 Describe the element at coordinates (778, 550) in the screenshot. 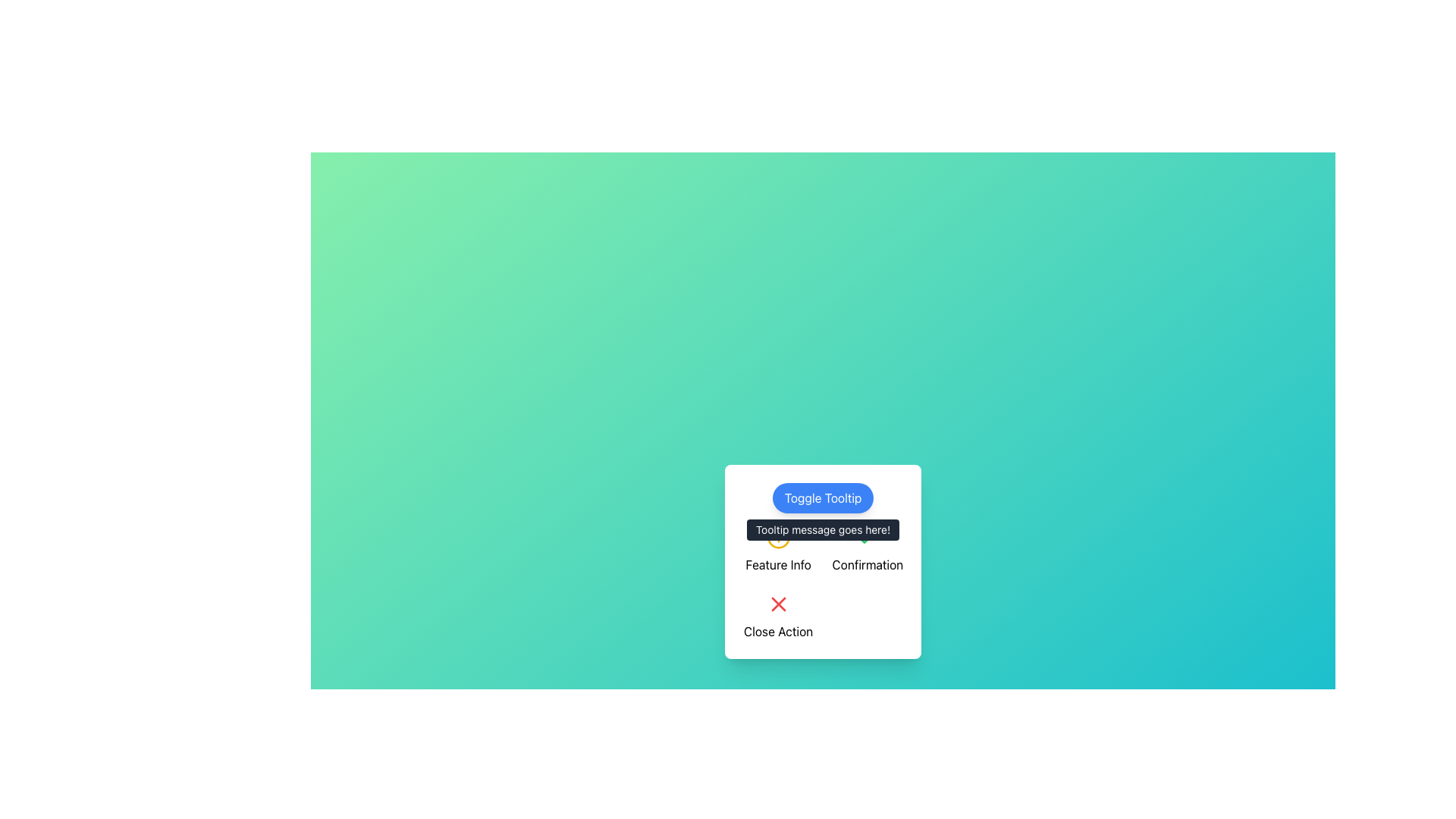

I see `the circular yellow information icon located above the 'Feature Info' text in the upper left section of the grid layout` at that location.